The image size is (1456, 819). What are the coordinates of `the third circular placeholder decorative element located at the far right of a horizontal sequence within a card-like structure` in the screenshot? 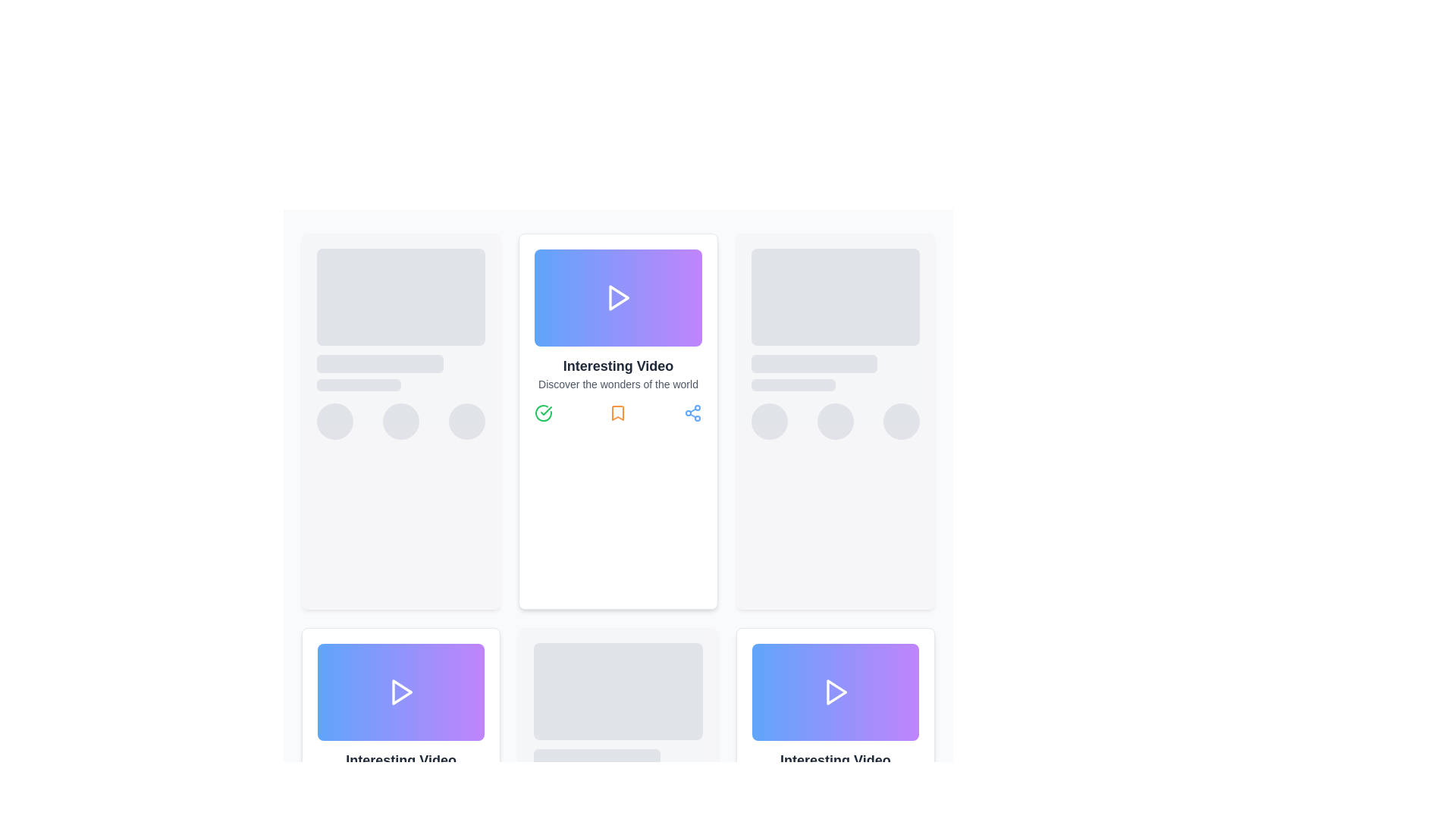 It's located at (902, 421).